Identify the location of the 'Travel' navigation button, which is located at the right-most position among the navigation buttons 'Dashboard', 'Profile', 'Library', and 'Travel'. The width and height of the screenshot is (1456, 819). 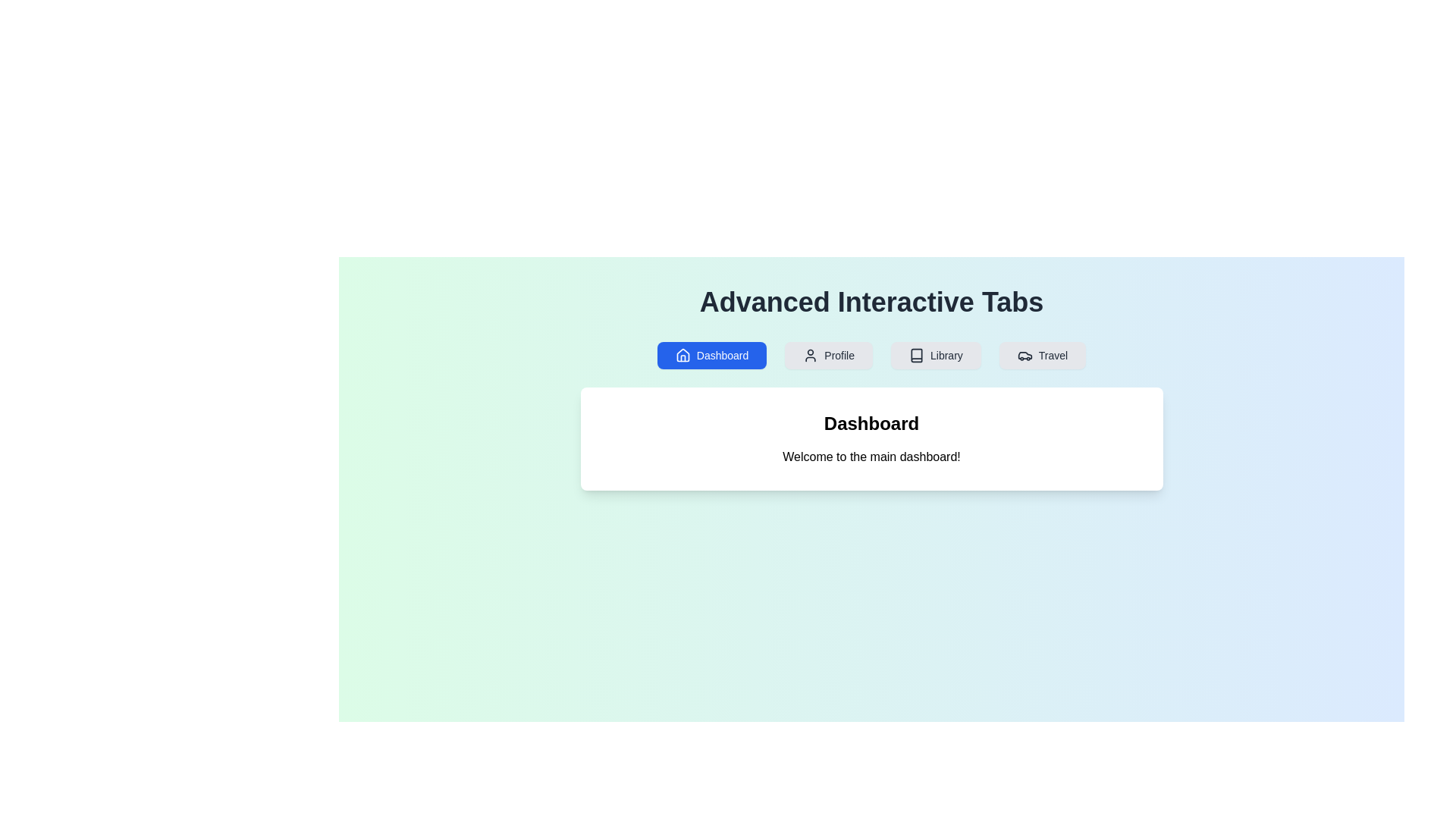
(1041, 356).